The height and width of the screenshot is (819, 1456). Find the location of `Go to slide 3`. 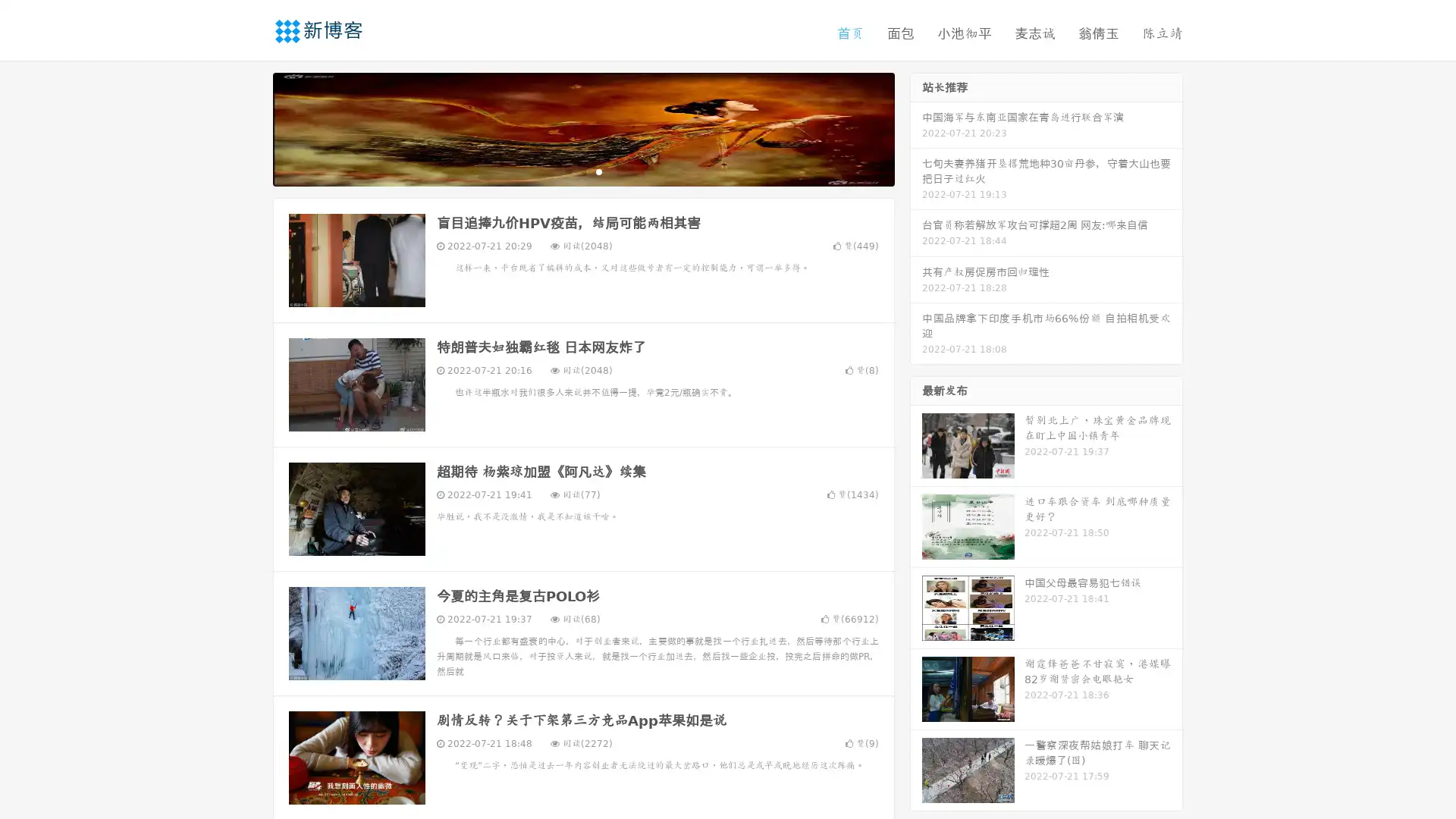

Go to slide 3 is located at coordinates (598, 171).